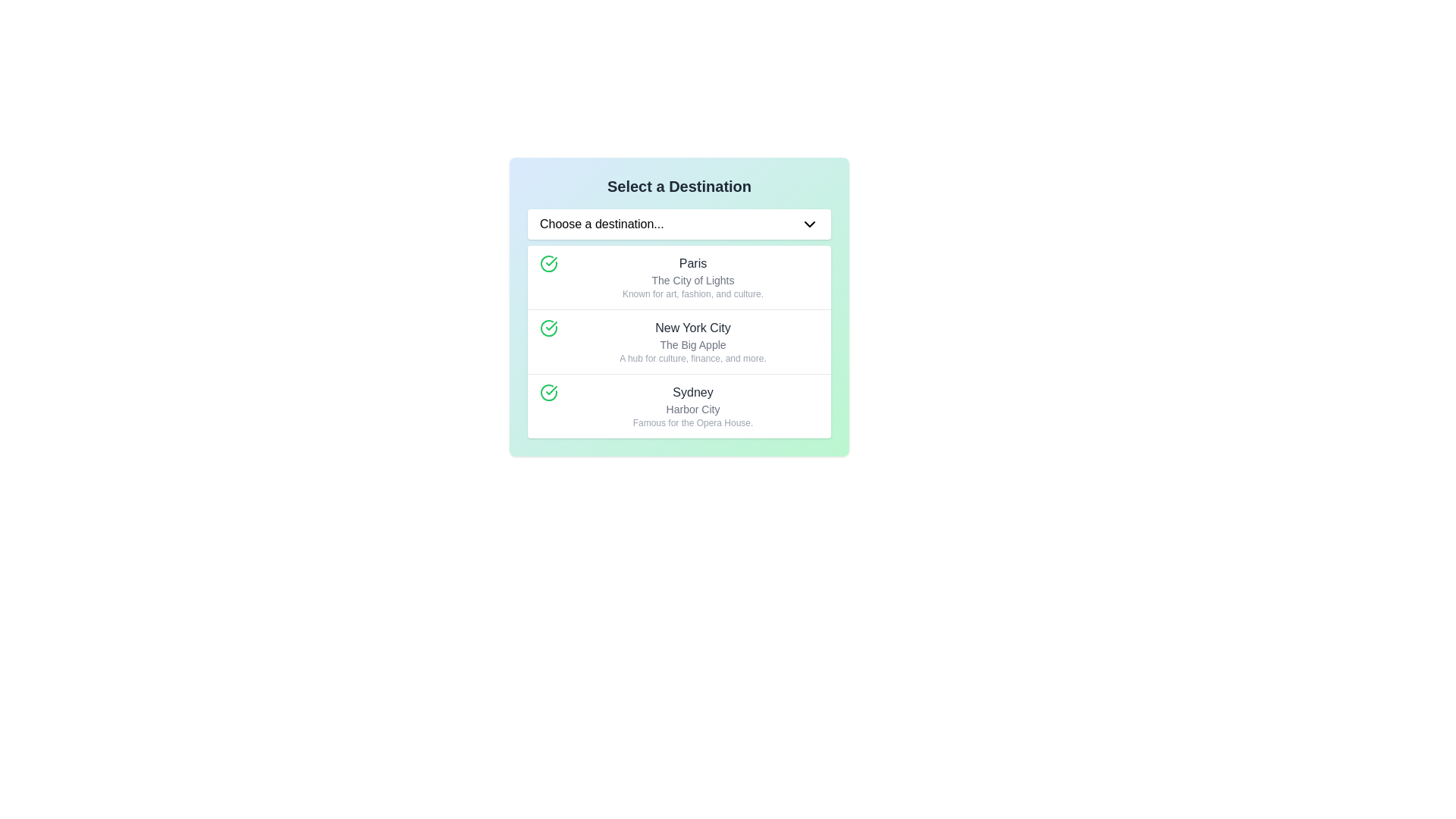  What do you see at coordinates (601, 224) in the screenshot?
I see `the text label that serves as a placeholder for selecting a destination in the dropdown menu, positioned at the top of the panel and aligned to the left side` at bounding box center [601, 224].